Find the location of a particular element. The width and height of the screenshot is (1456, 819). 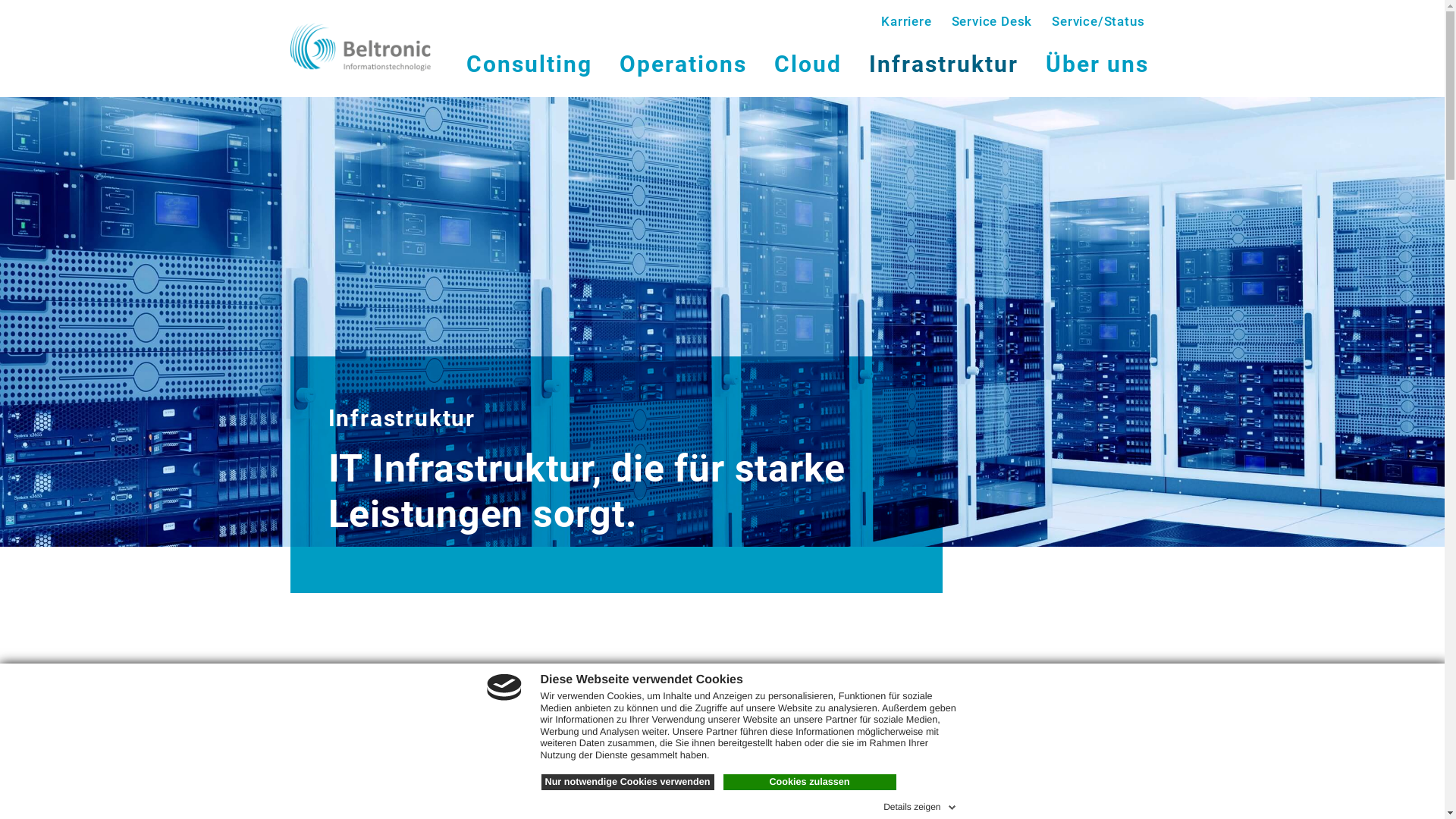

'Cloud' is located at coordinates (767, 63).